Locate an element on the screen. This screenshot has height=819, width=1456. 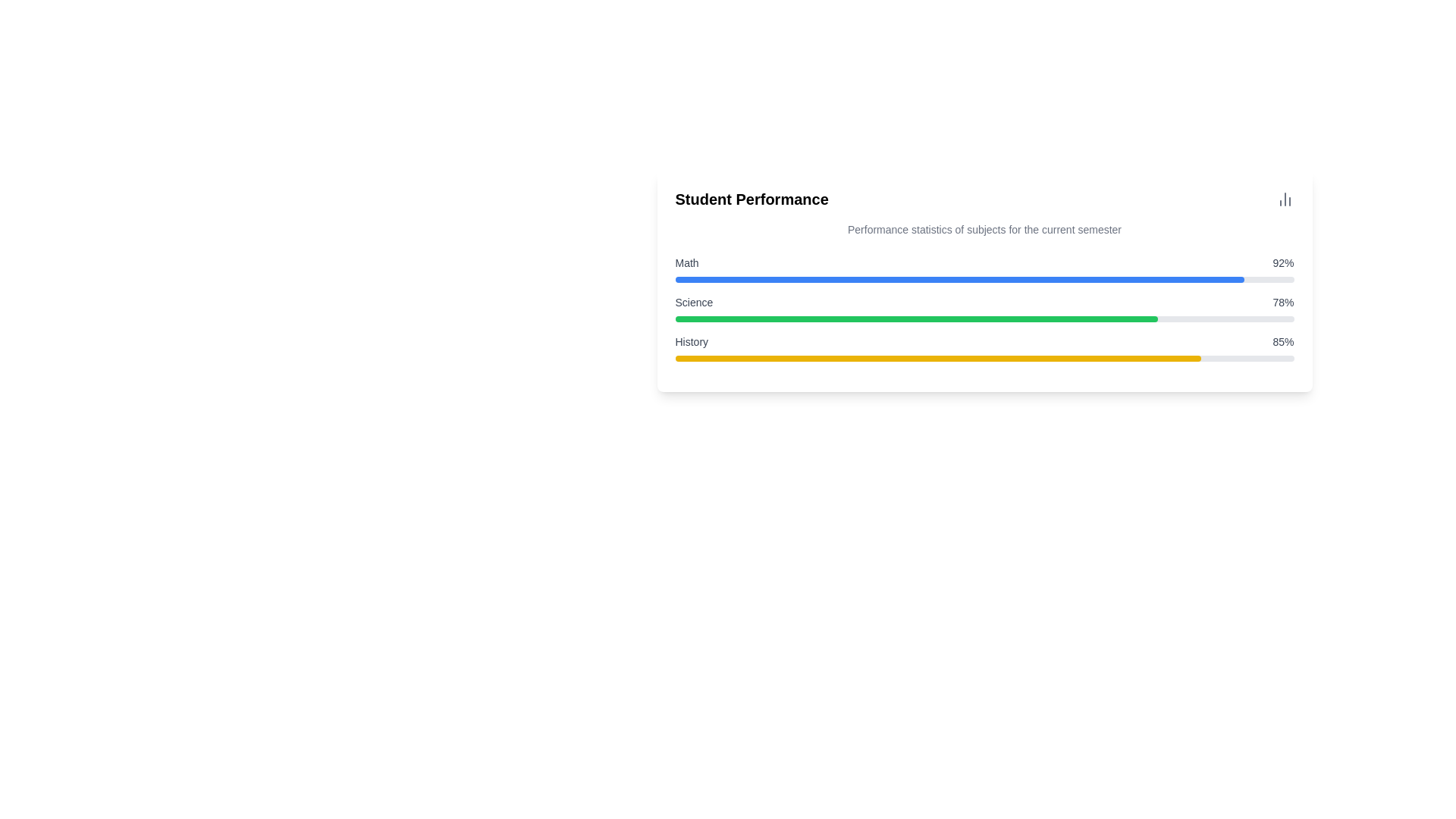
the 'Science' progress bar in the 'Student Performance' section, which features a light gray background and a green segment representing 78% completion is located at coordinates (984, 318).